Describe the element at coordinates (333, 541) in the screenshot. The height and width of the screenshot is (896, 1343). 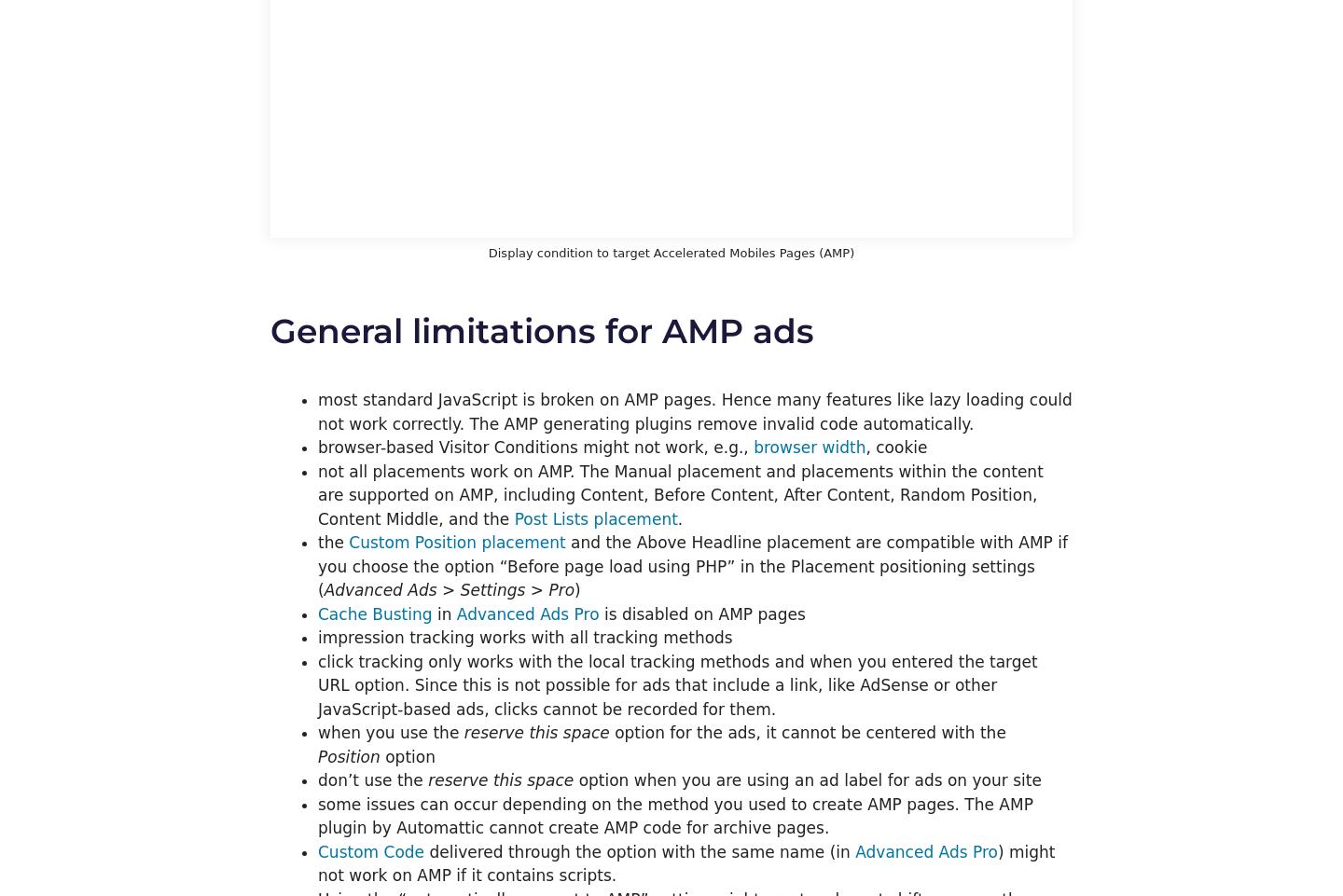
I see `'the'` at that location.